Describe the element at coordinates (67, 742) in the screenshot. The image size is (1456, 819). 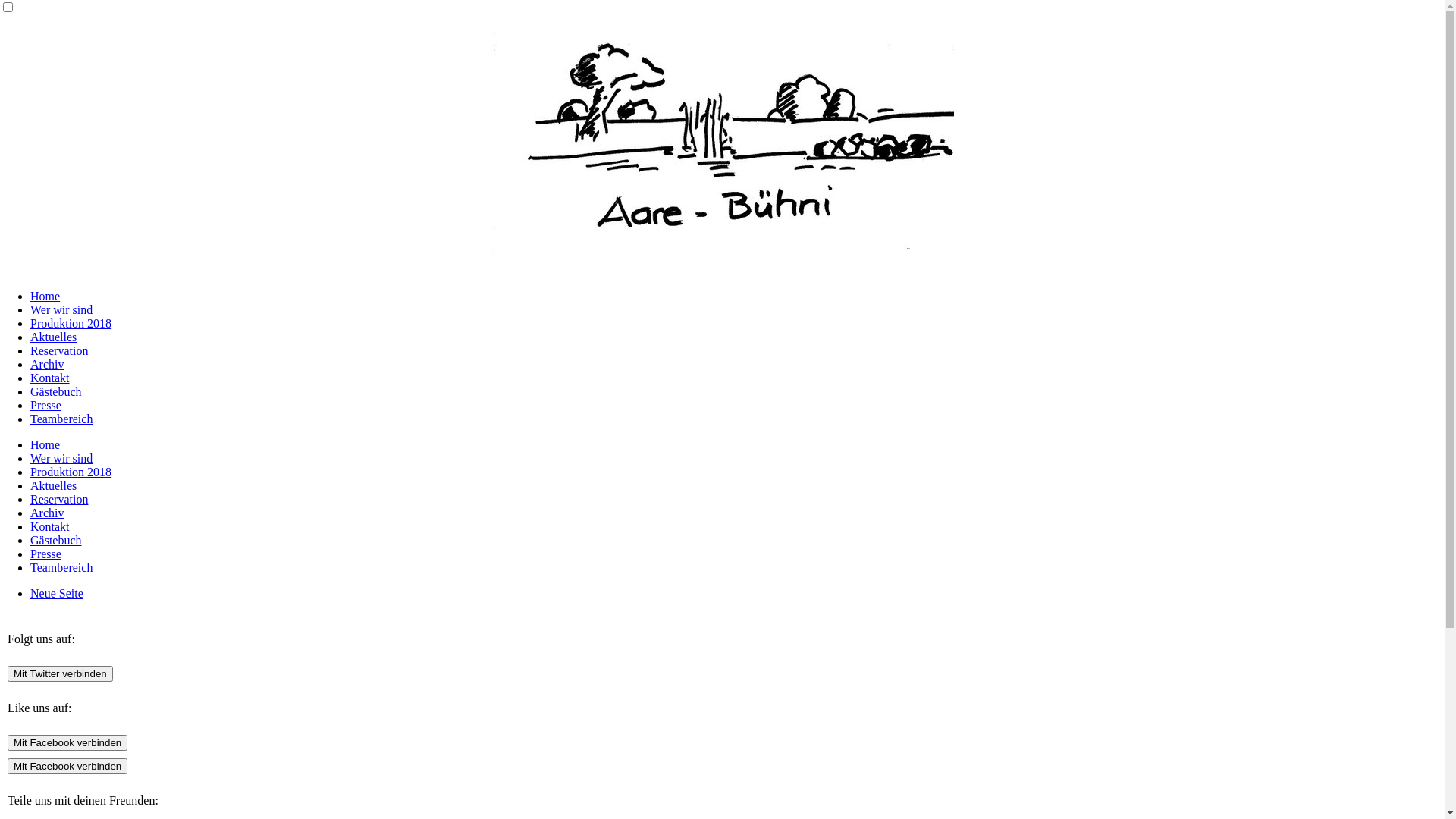
I see `'Mit Facebook verbinden'` at that location.